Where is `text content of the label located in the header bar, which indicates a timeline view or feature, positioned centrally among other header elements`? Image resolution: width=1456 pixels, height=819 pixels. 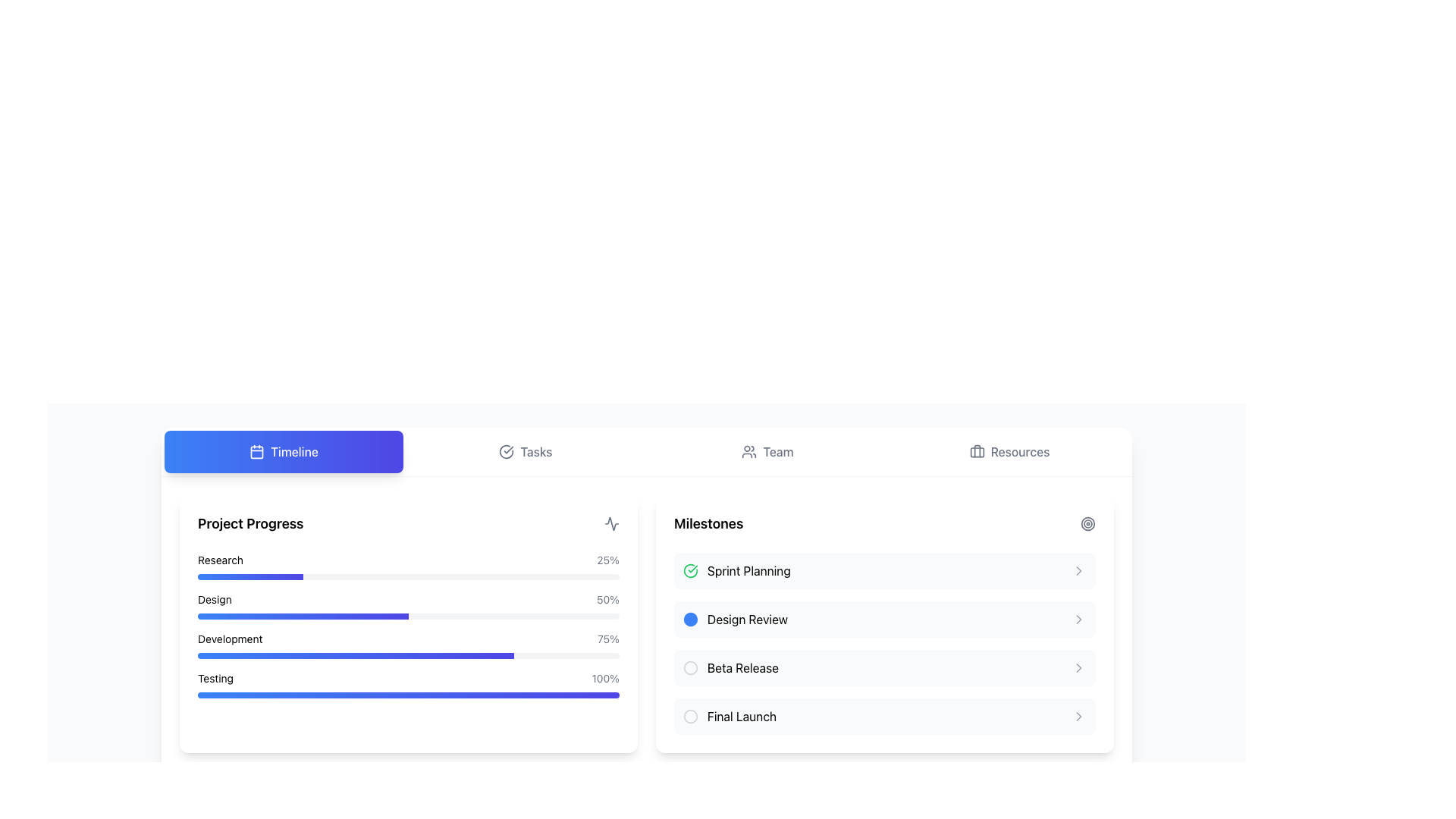
text content of the label located in the header bar, which indicates a timeline view or feature, positioned centrally among other header elements is located at coordinates (294, 451).